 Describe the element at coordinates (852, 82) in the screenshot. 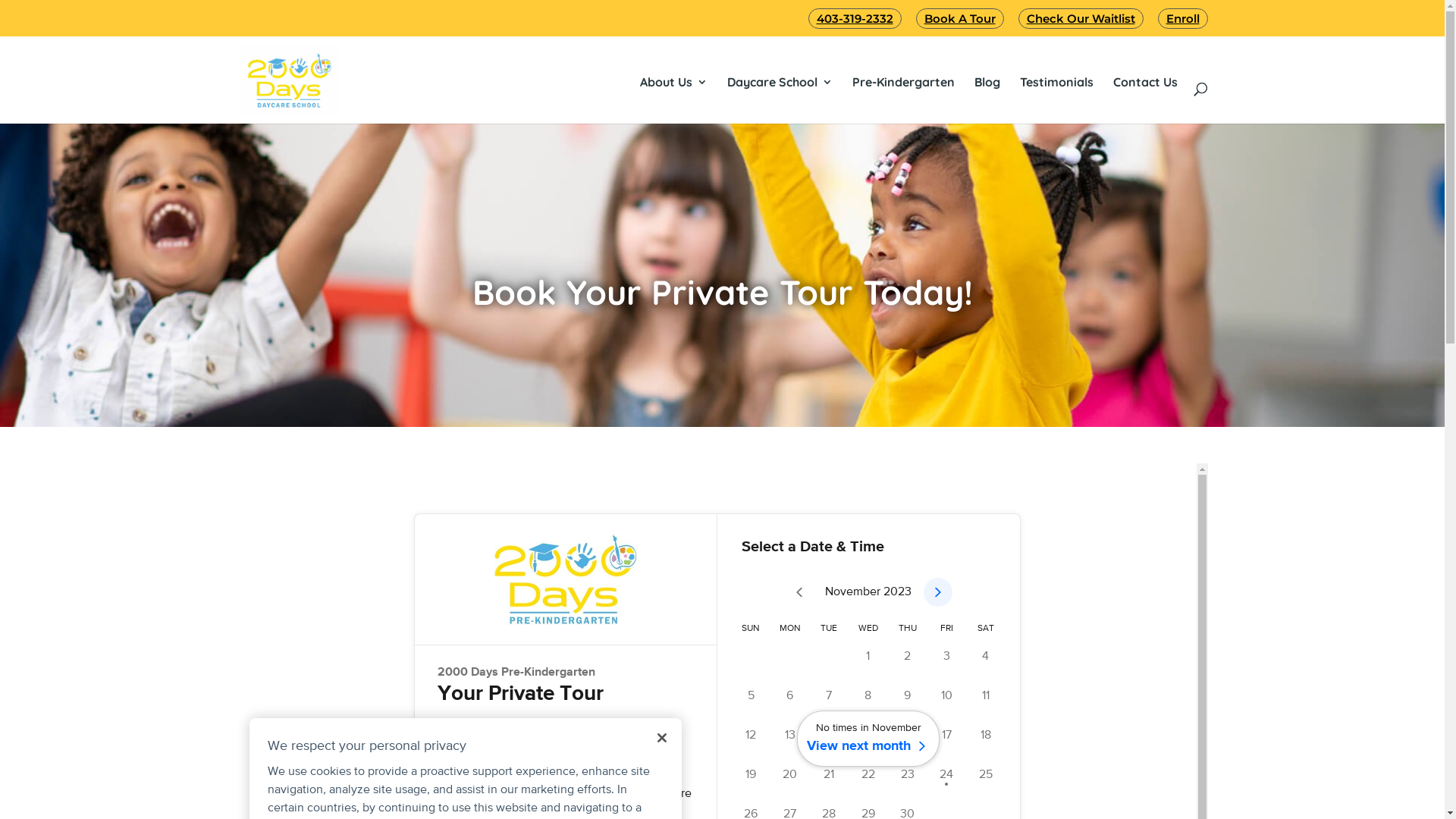

I see `'Pre-Kindergarten'` at that location.